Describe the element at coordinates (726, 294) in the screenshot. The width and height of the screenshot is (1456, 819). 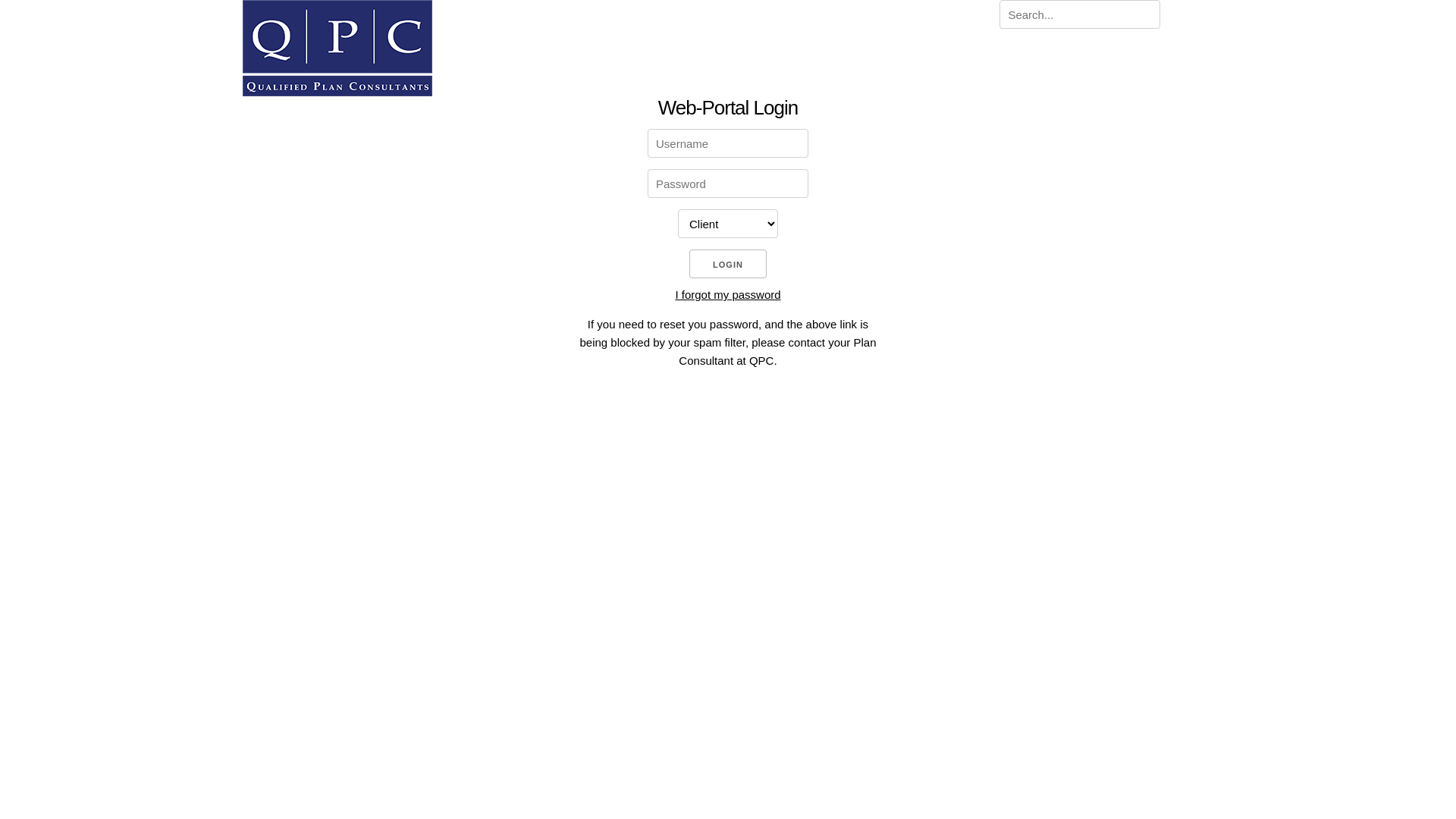
I see `'I forgot my password'` at that location.